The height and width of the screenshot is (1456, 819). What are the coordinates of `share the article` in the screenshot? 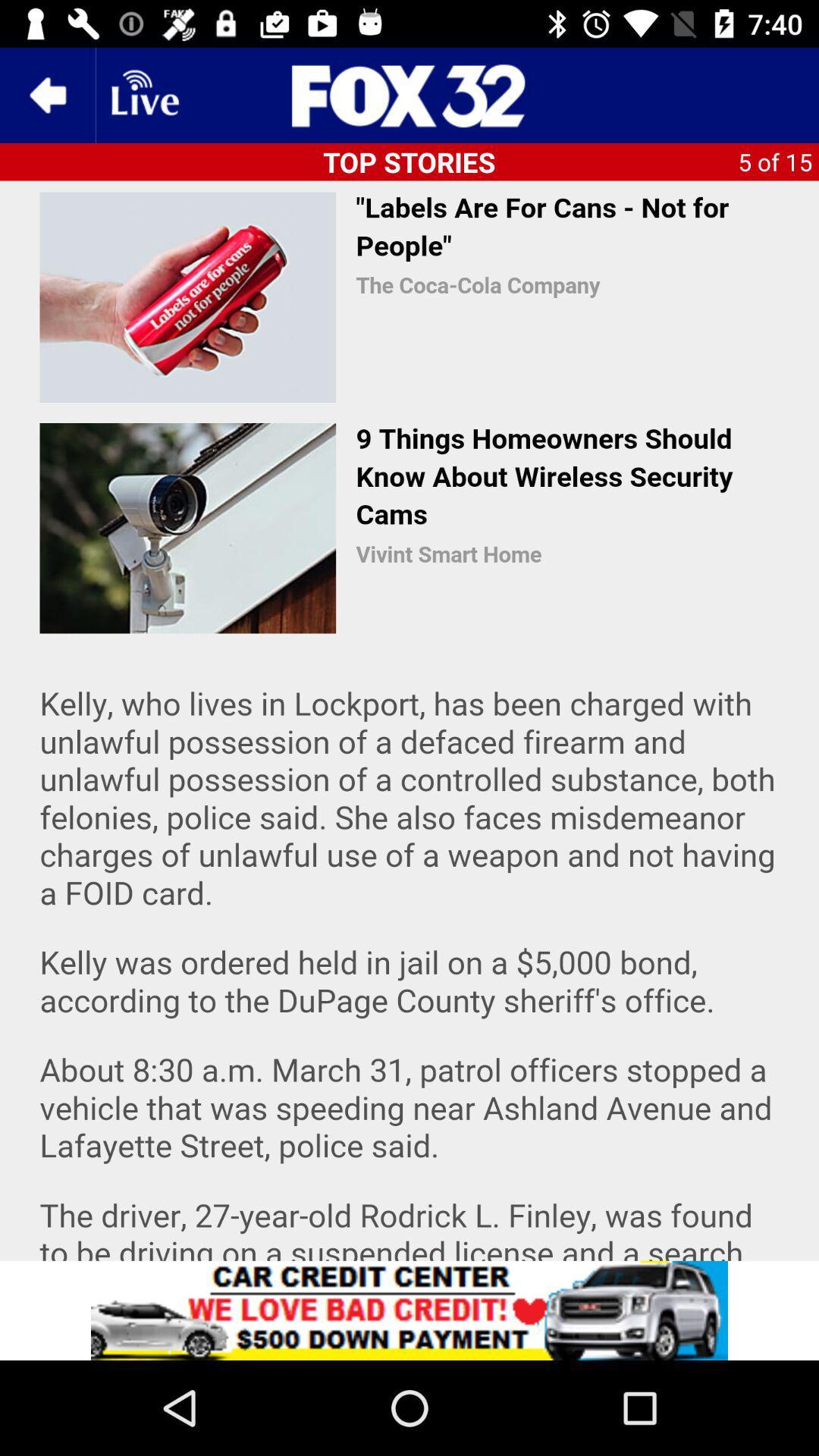 It's located at (409, 720).